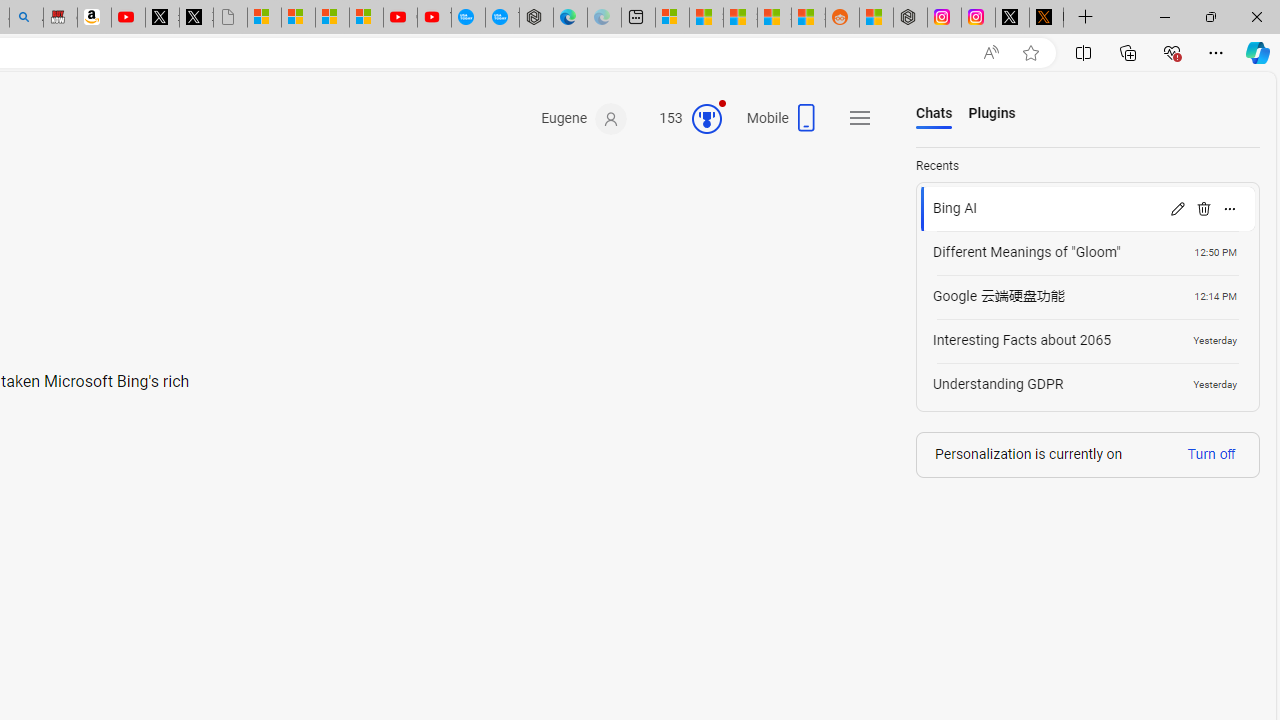 The height and width of the screenshot is (720, 1280). Describe the element at coordinates (127, 17) in the screenshot. I see `'Day 1: Arriving in Yemen (surreal to be here) - YouTube'` at that location.